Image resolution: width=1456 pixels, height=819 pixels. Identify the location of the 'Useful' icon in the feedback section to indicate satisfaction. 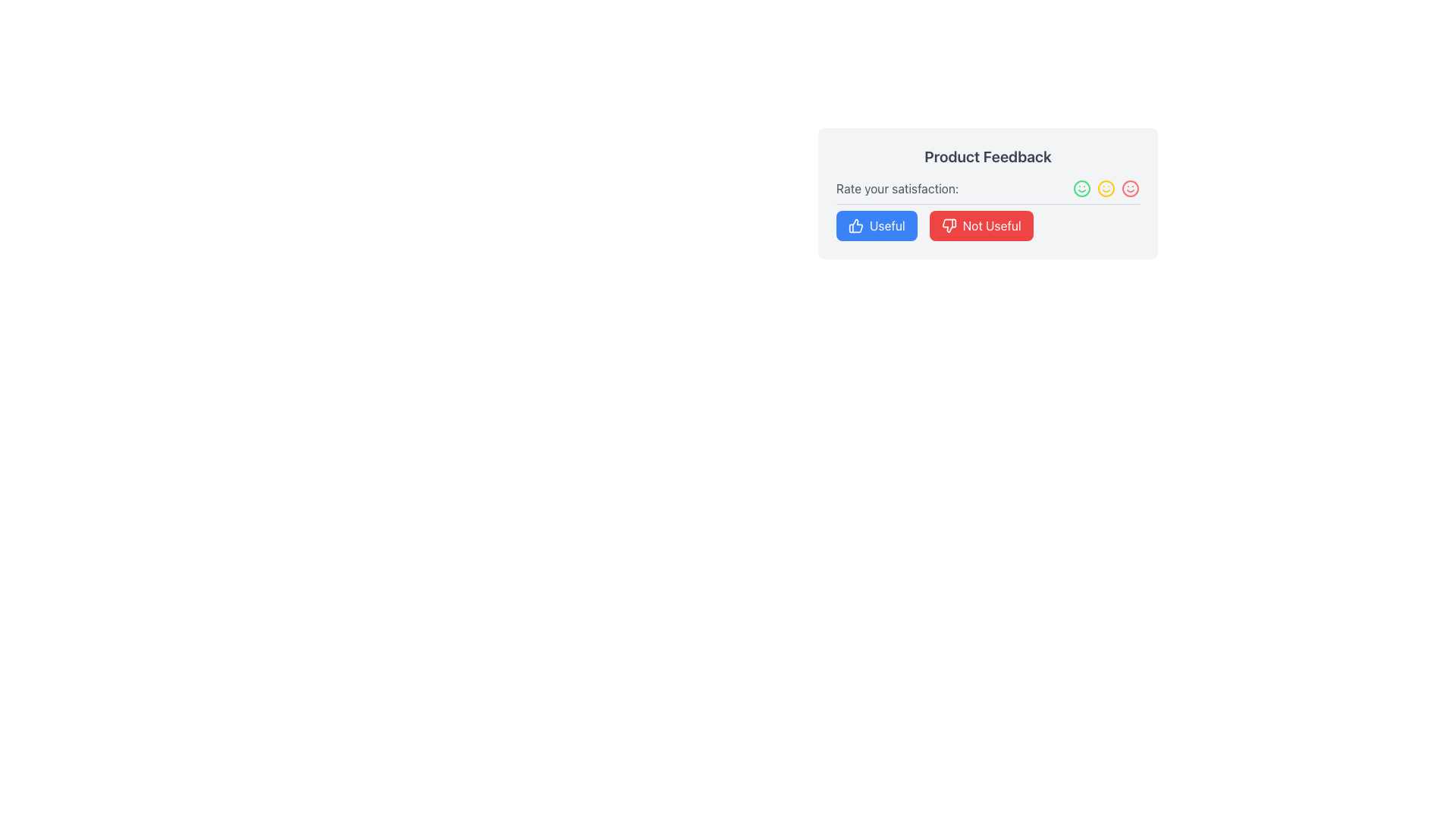
(855, 225).